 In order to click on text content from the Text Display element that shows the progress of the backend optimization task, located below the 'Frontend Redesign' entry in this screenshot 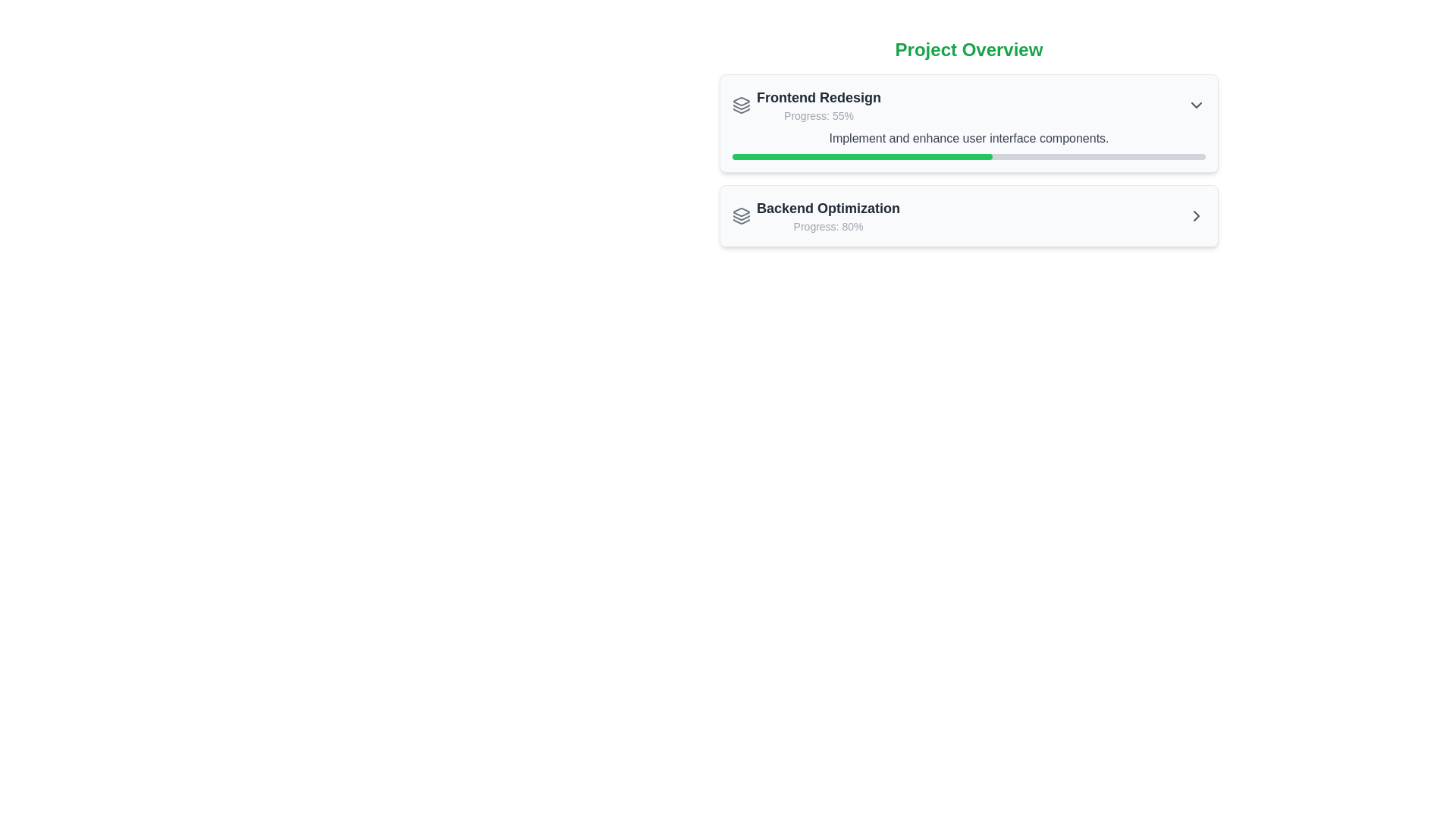, I will do `click(827, 216)`.